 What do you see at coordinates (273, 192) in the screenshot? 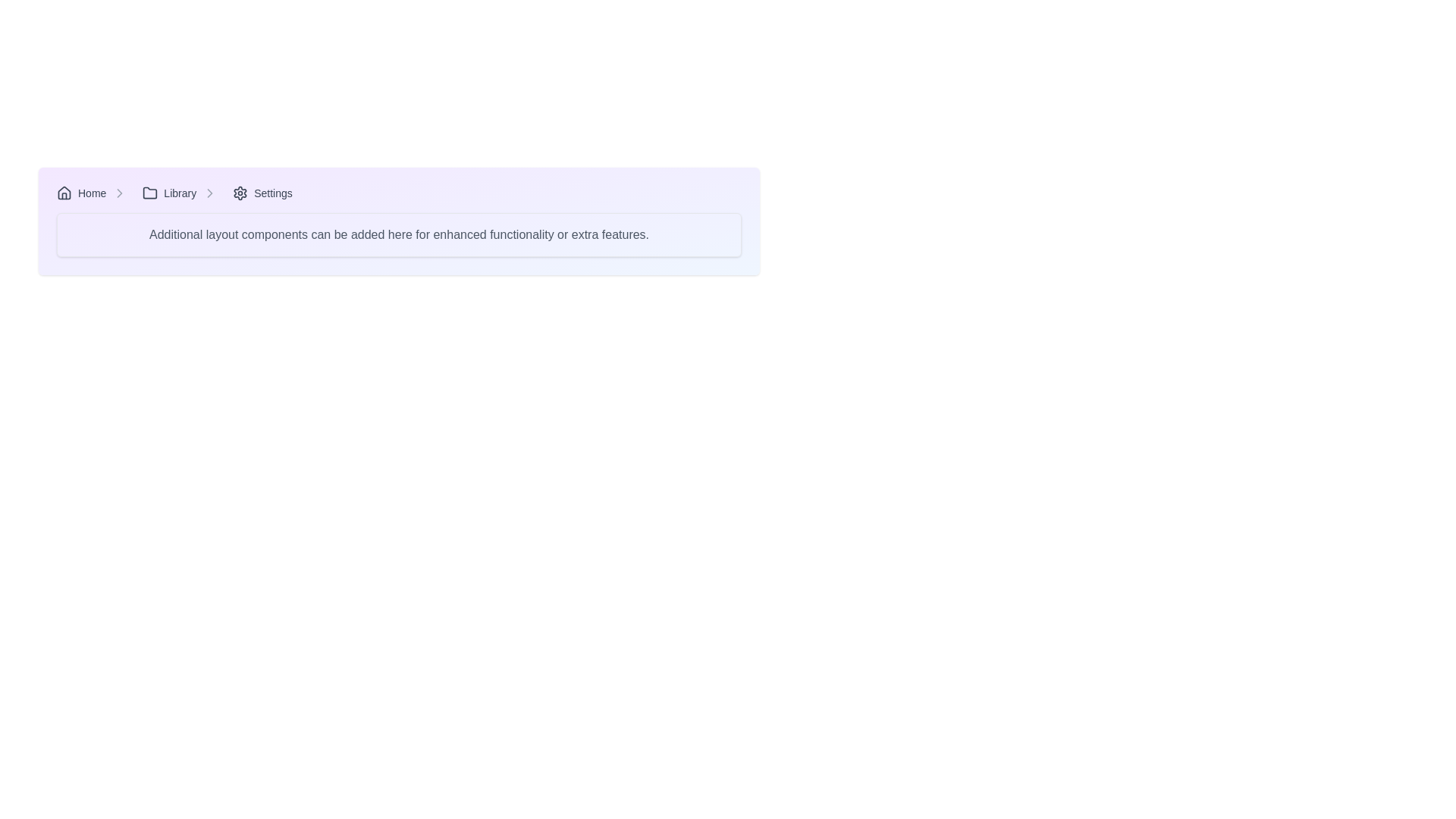
I see `the 'Settings' text label located in the top-center navigation bar, which is part of a clickable link area next to a gear icon` at bounding box center [273, 192].